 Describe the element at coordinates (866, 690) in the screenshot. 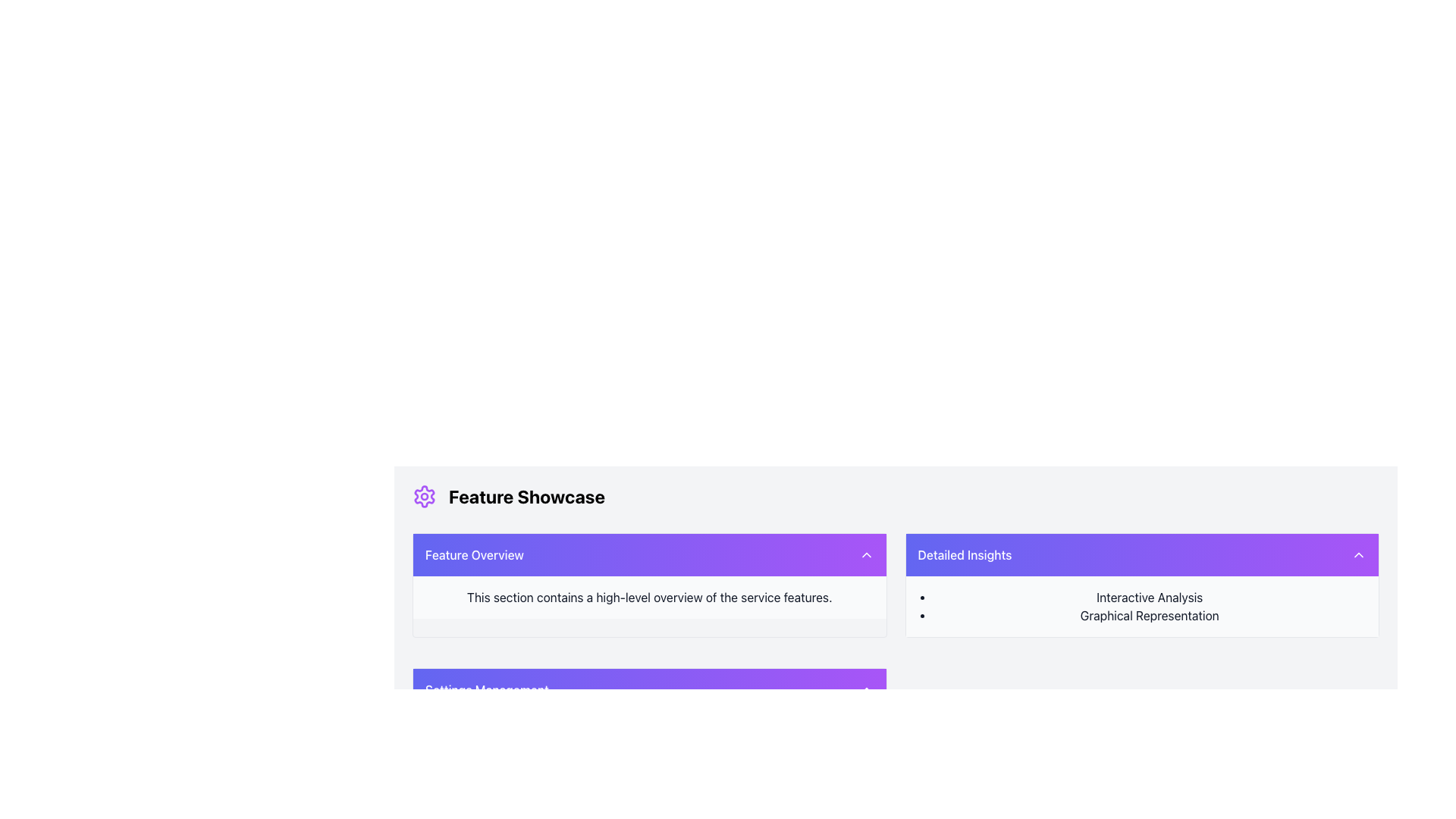

I see `the expandable icon located at the far right of the 'Settings Management' section header` at that location.